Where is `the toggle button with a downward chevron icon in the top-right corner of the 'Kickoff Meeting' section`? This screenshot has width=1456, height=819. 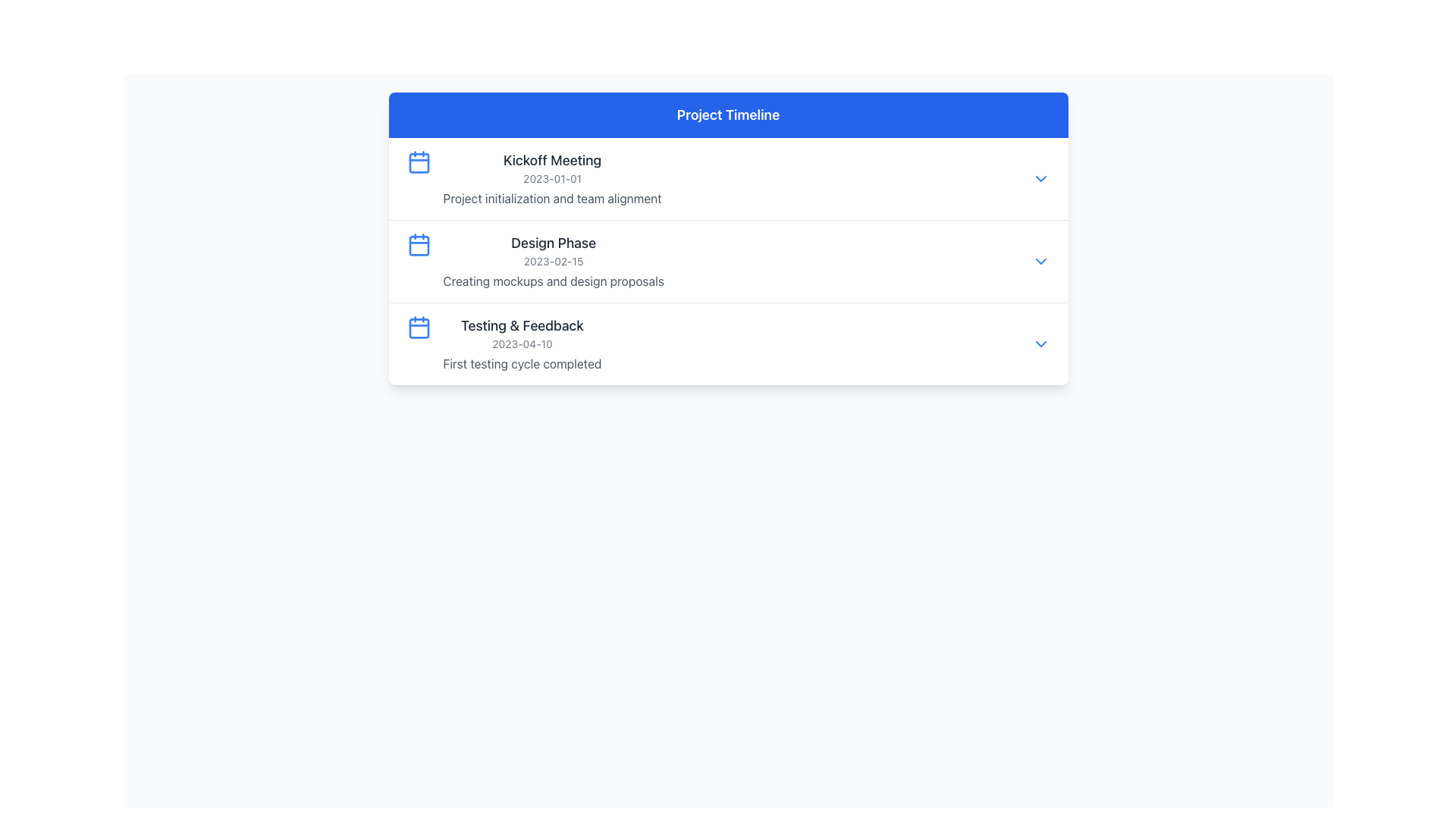 the toggle button with a downward chevron icon in the top-right corner of the 'Kickoff Meeting' section is located at coordinates (1040, 177).